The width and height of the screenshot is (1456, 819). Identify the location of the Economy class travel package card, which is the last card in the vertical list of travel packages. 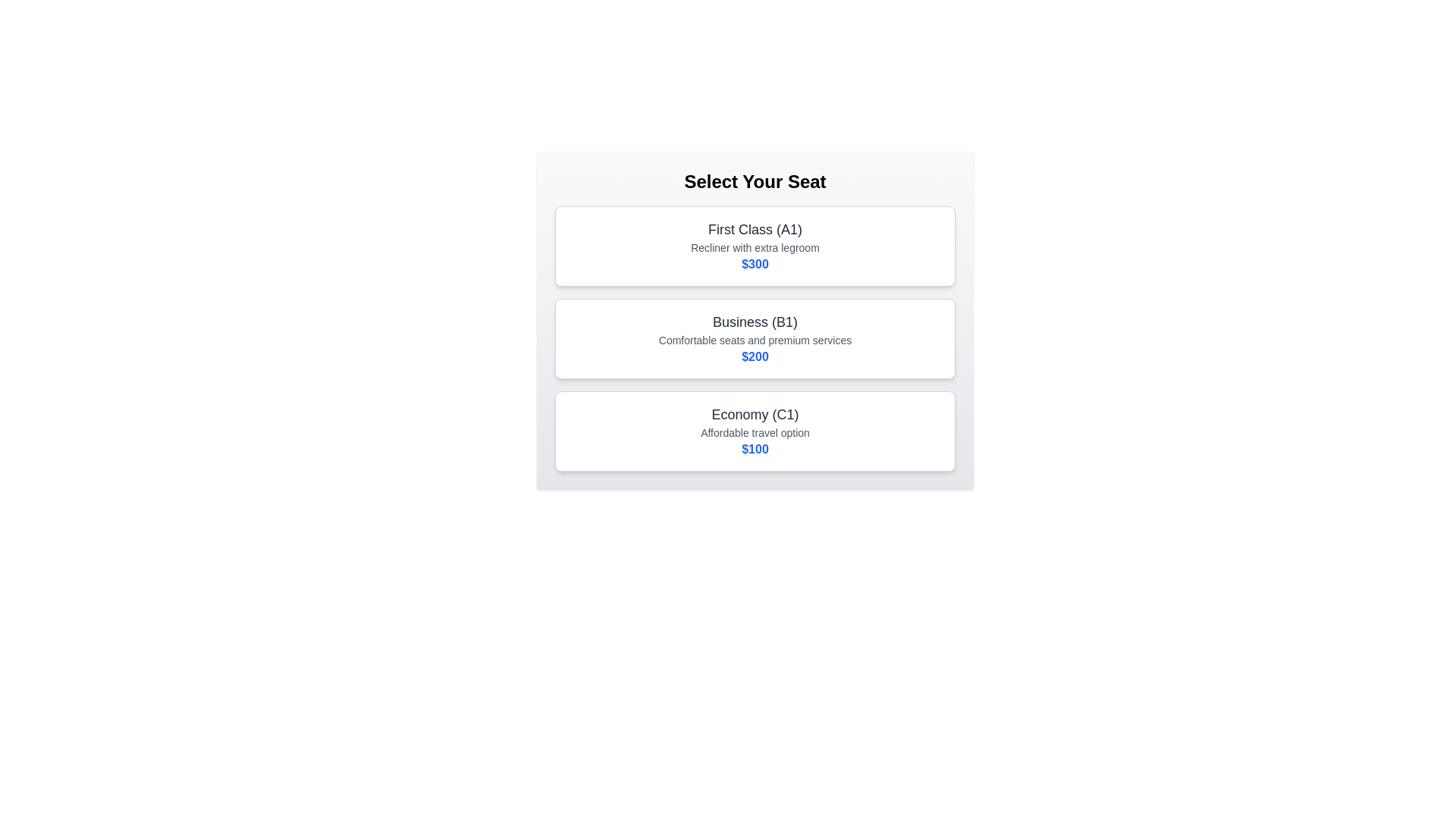
(755, 431).